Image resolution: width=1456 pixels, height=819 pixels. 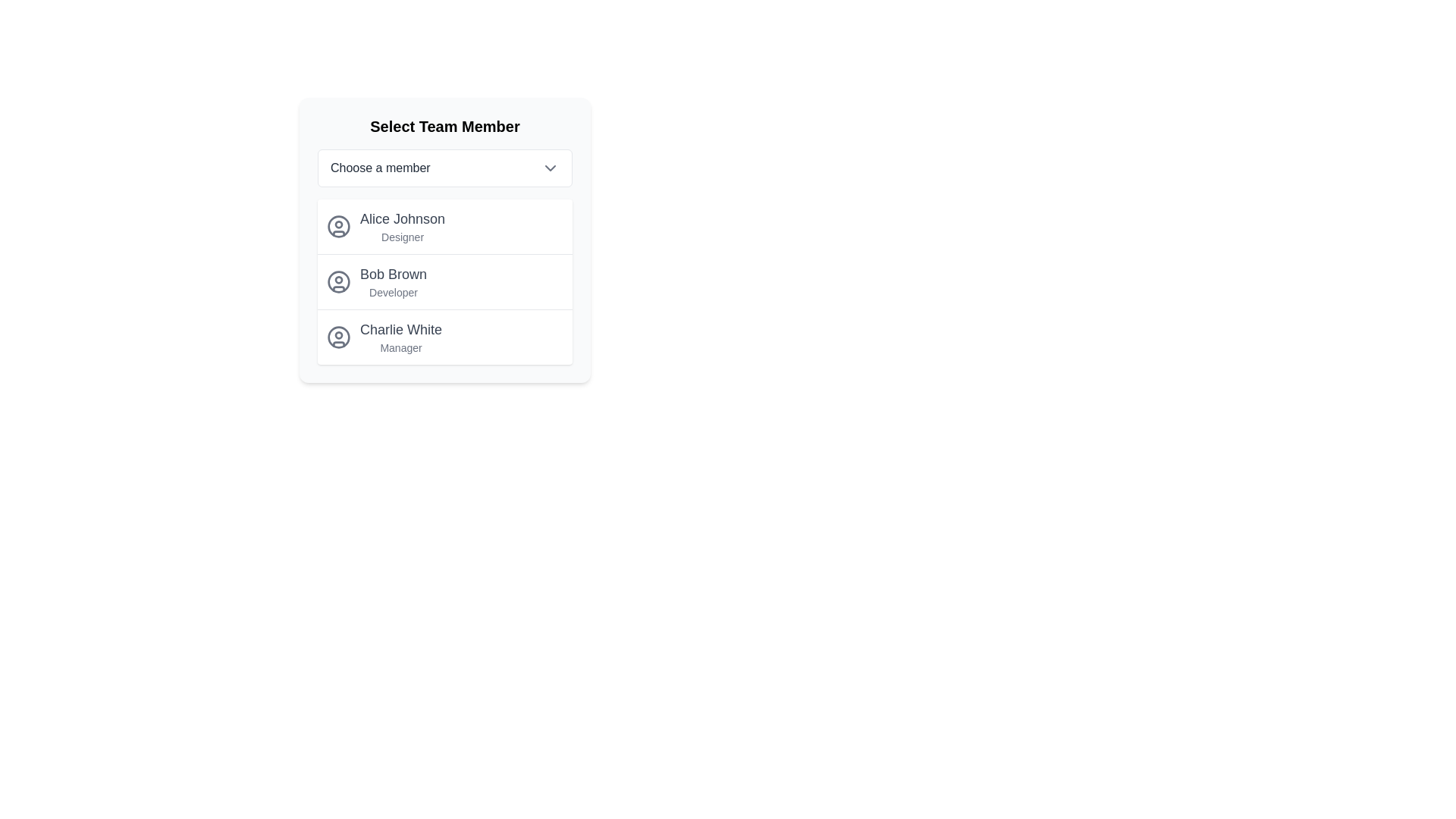 What do you see at coordinates (337, 227) in the screenshot?
I see `the user profile avatar icon representing 'Alice Johnson', which is the first item in the vertical list of user profiles in the dropdown dialog` at bounding box center [337, 227].